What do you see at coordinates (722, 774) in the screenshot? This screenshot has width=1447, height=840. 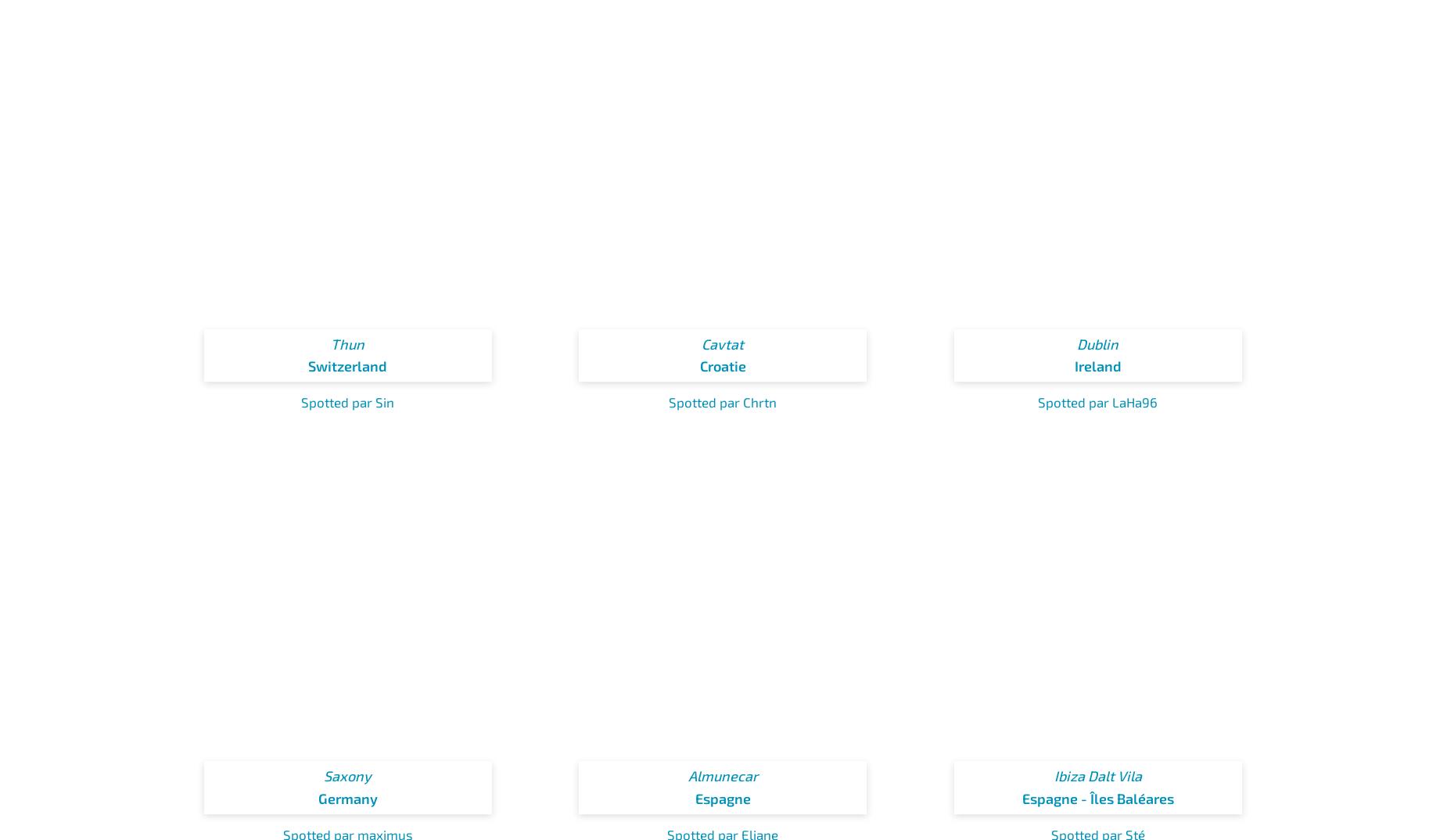 I see `'Almunecar'` at bounding box center [722, 774].